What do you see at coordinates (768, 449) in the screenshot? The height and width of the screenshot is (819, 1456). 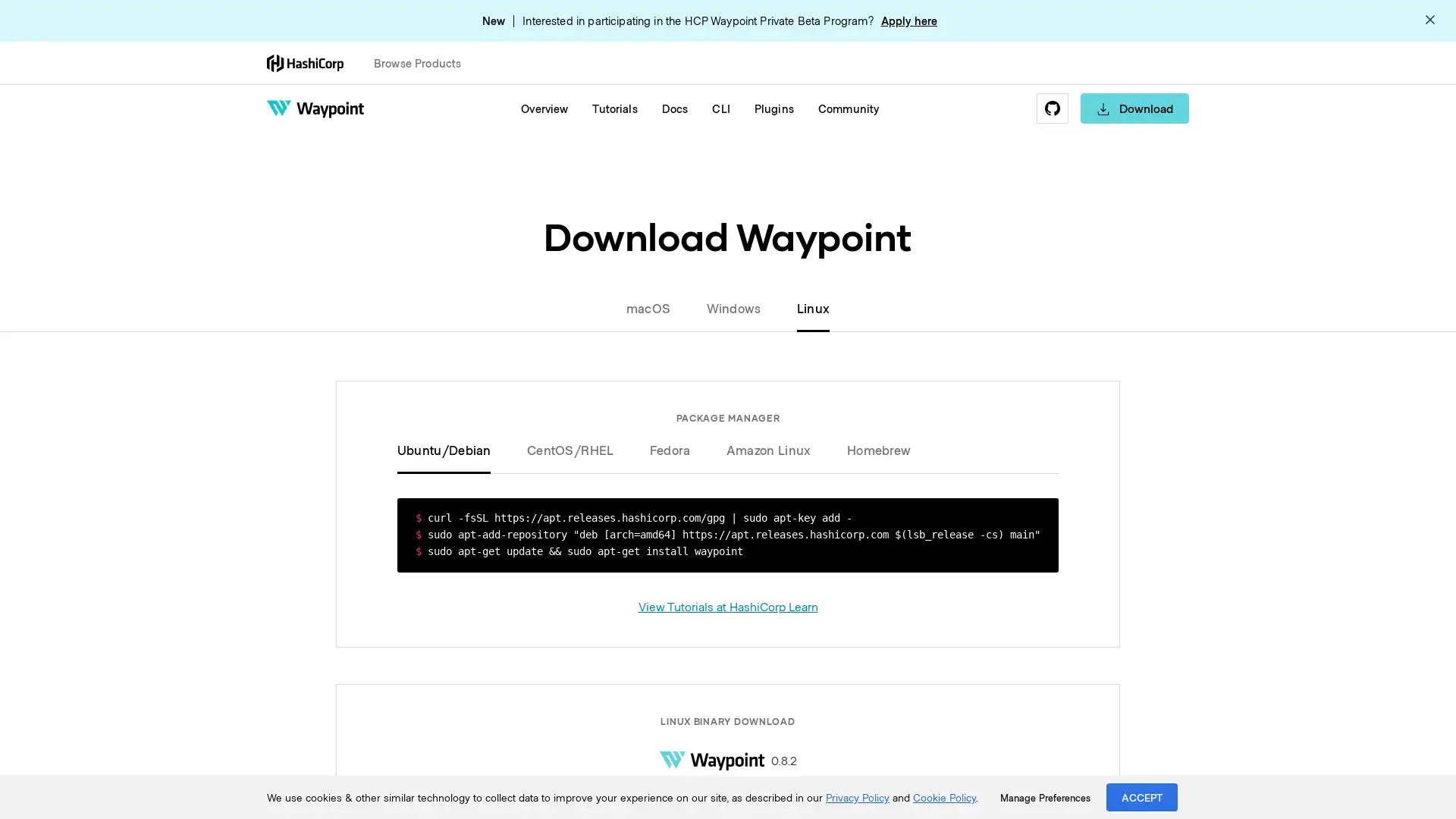 I see `Amazon Linux` at bounding box center [768, 449].